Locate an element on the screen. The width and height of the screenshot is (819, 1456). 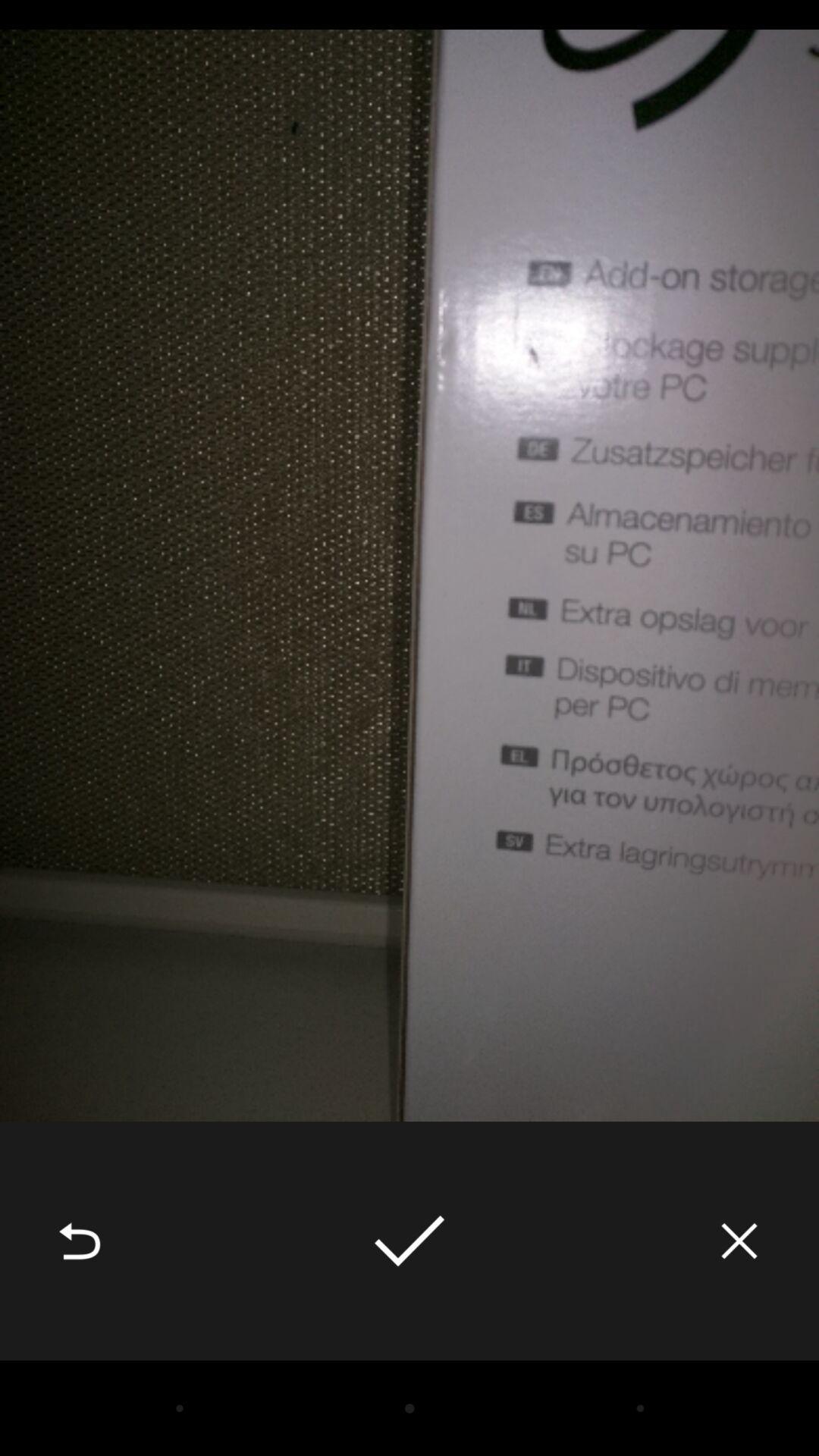
item at the bottom right corner is located at coordinates (739, 1241).